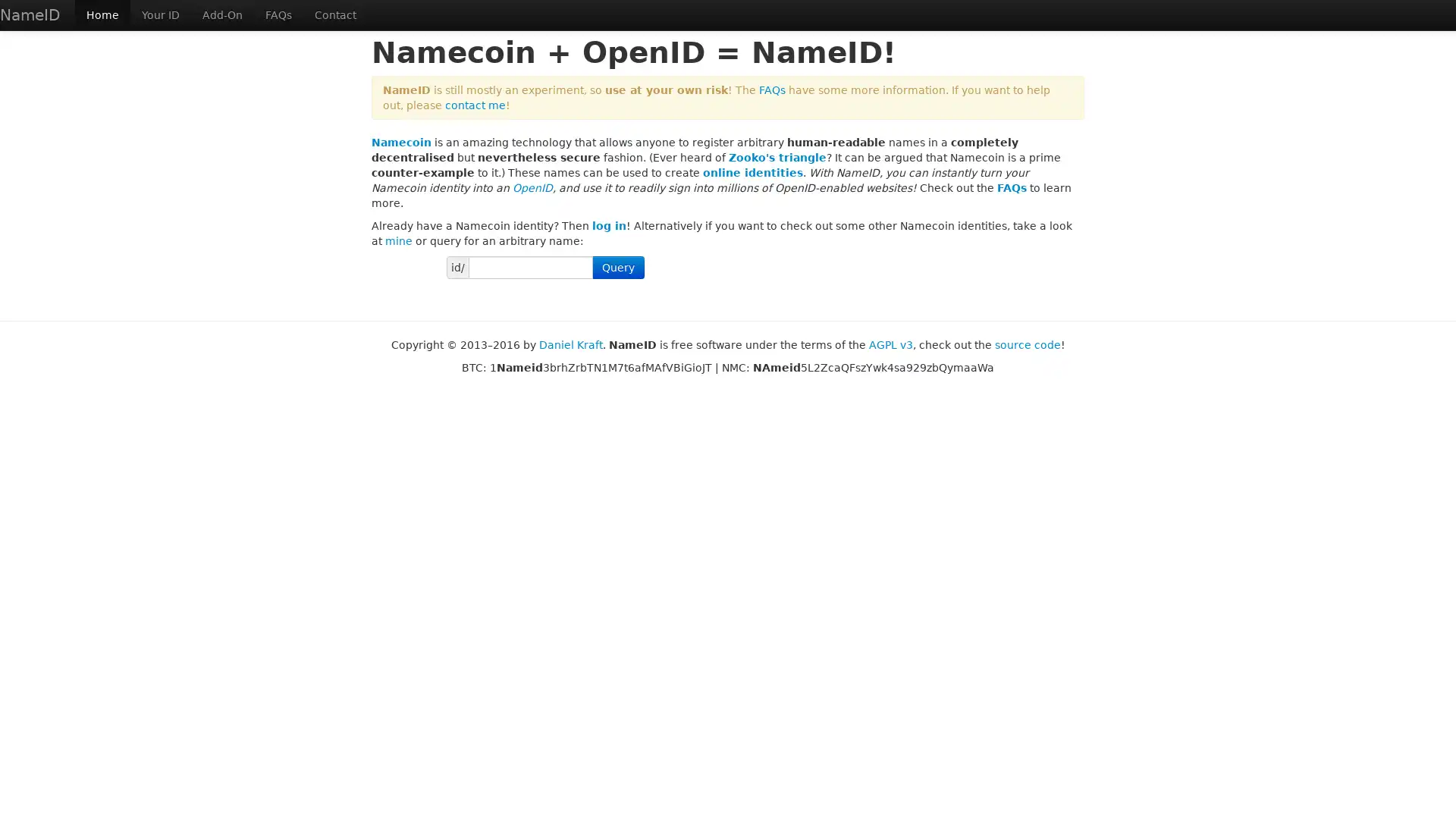 The width and height of the screenshot is (1456, 819). I want to click on Query, so click(618, 267).